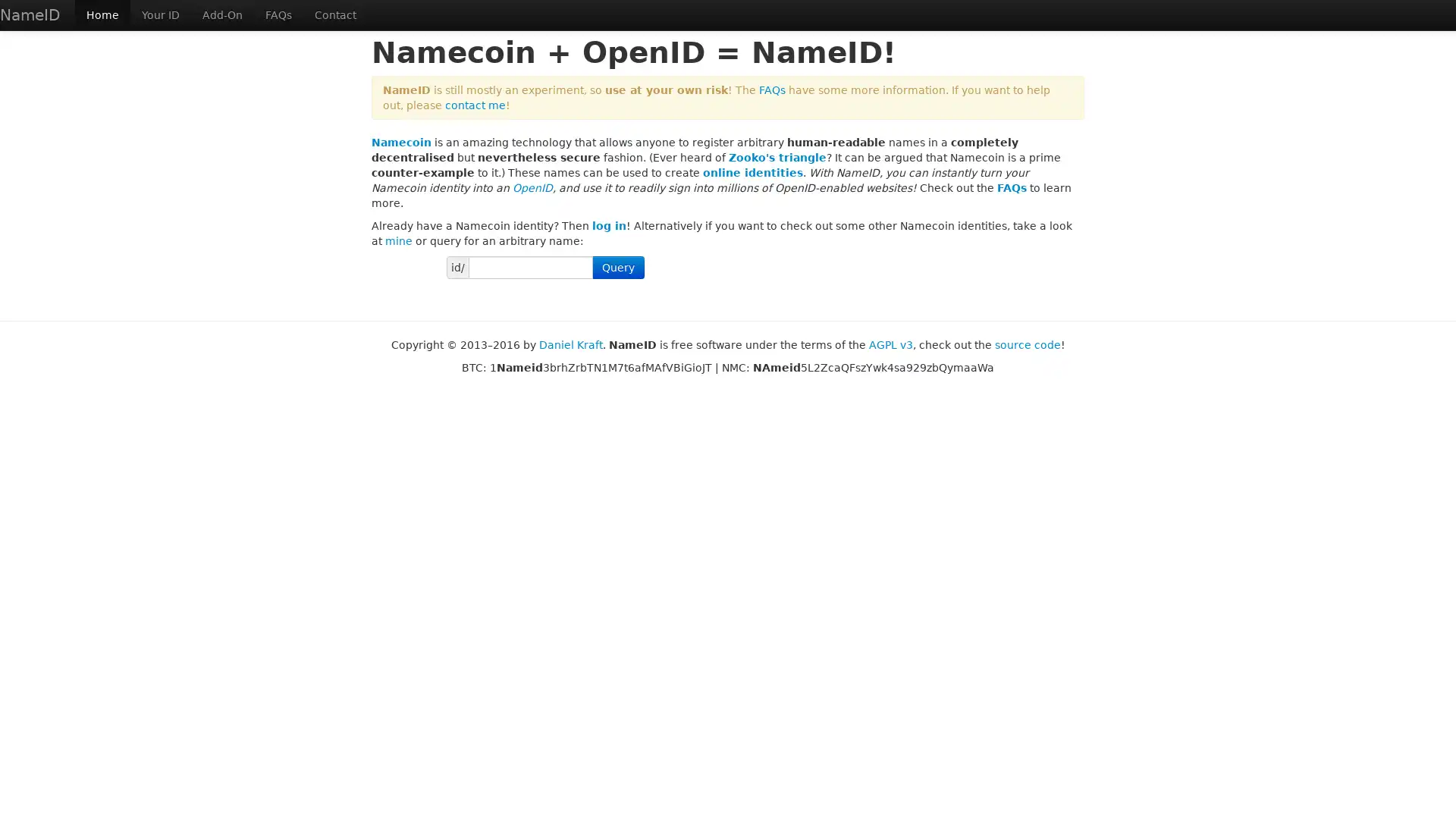 The width and height of the screenshot is (1456, 819). I want to click on Query, so click(618, 267).